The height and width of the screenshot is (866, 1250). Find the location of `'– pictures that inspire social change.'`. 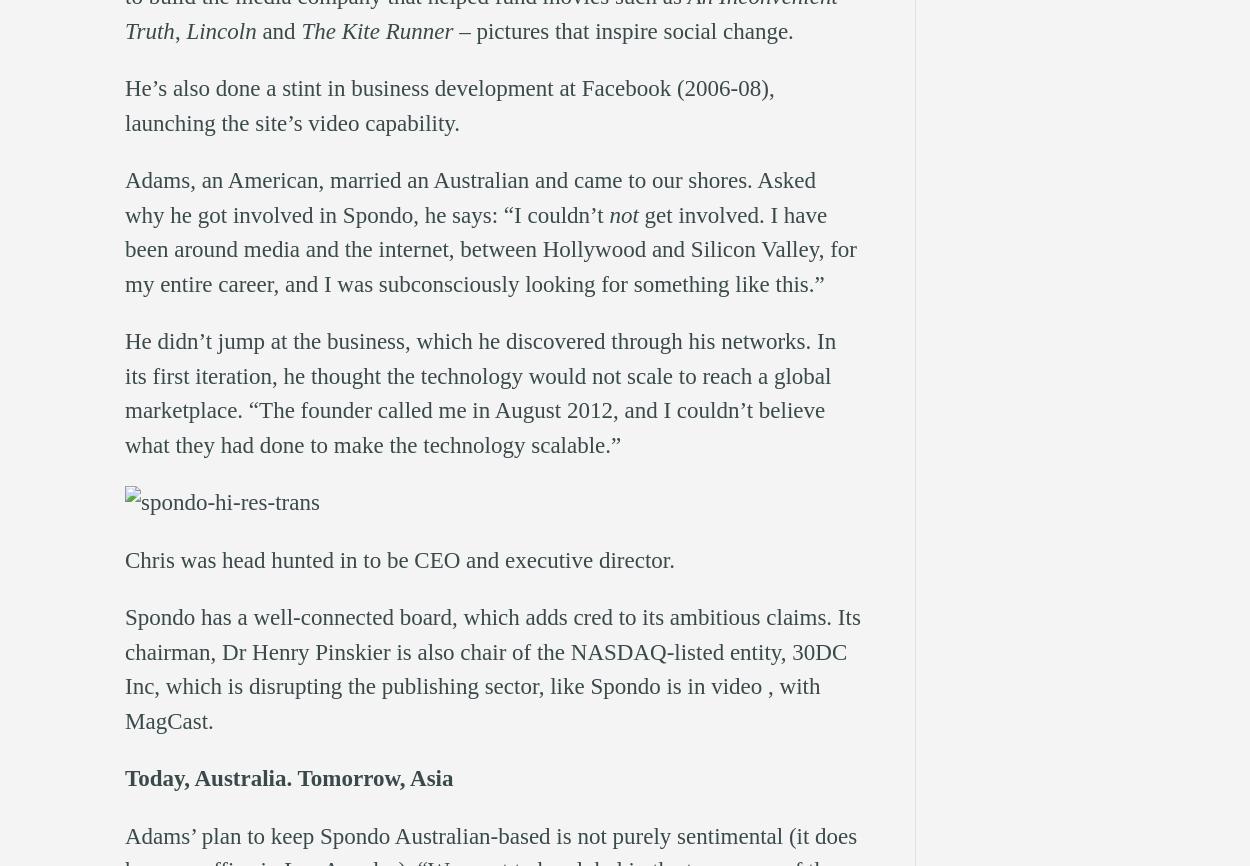

'– pictures that inspire social change.' is located at coordinates (452, 30).